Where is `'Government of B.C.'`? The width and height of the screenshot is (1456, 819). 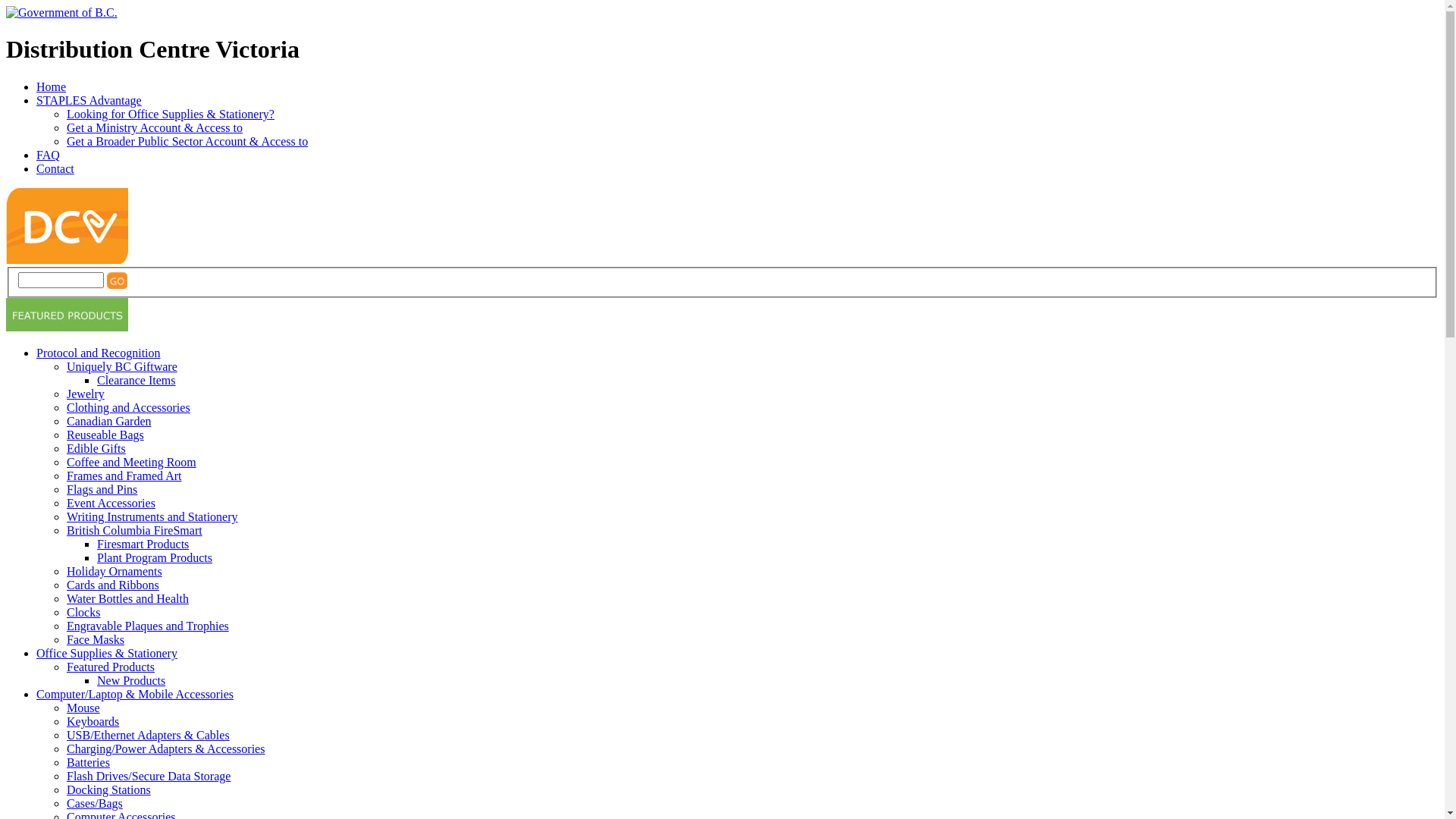
'Government of B.C.' is located at coordinates (61, 12).